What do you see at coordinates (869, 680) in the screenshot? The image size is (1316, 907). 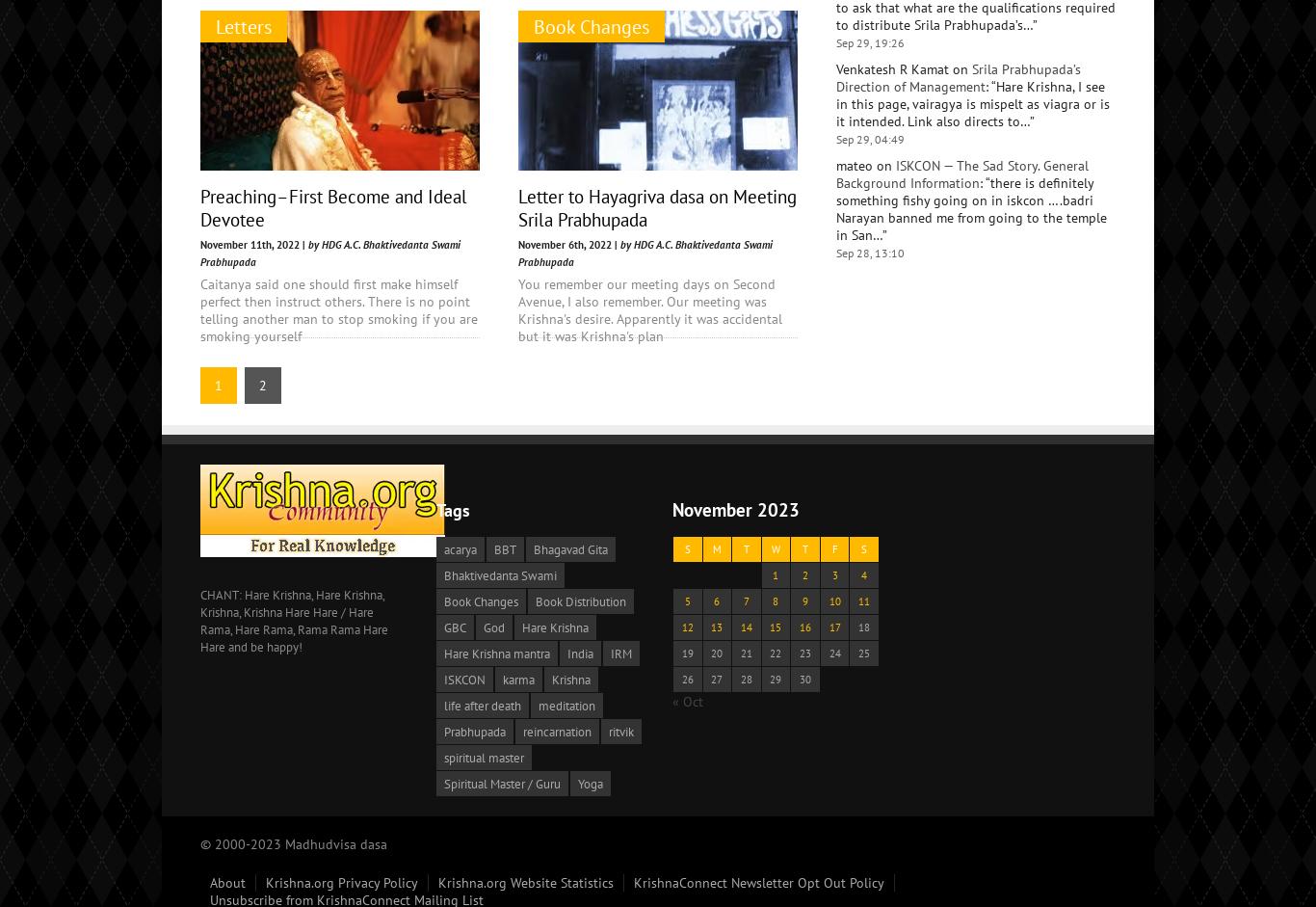 I see `'Sep 28, 13:10'` at bounding box center [869, 680].